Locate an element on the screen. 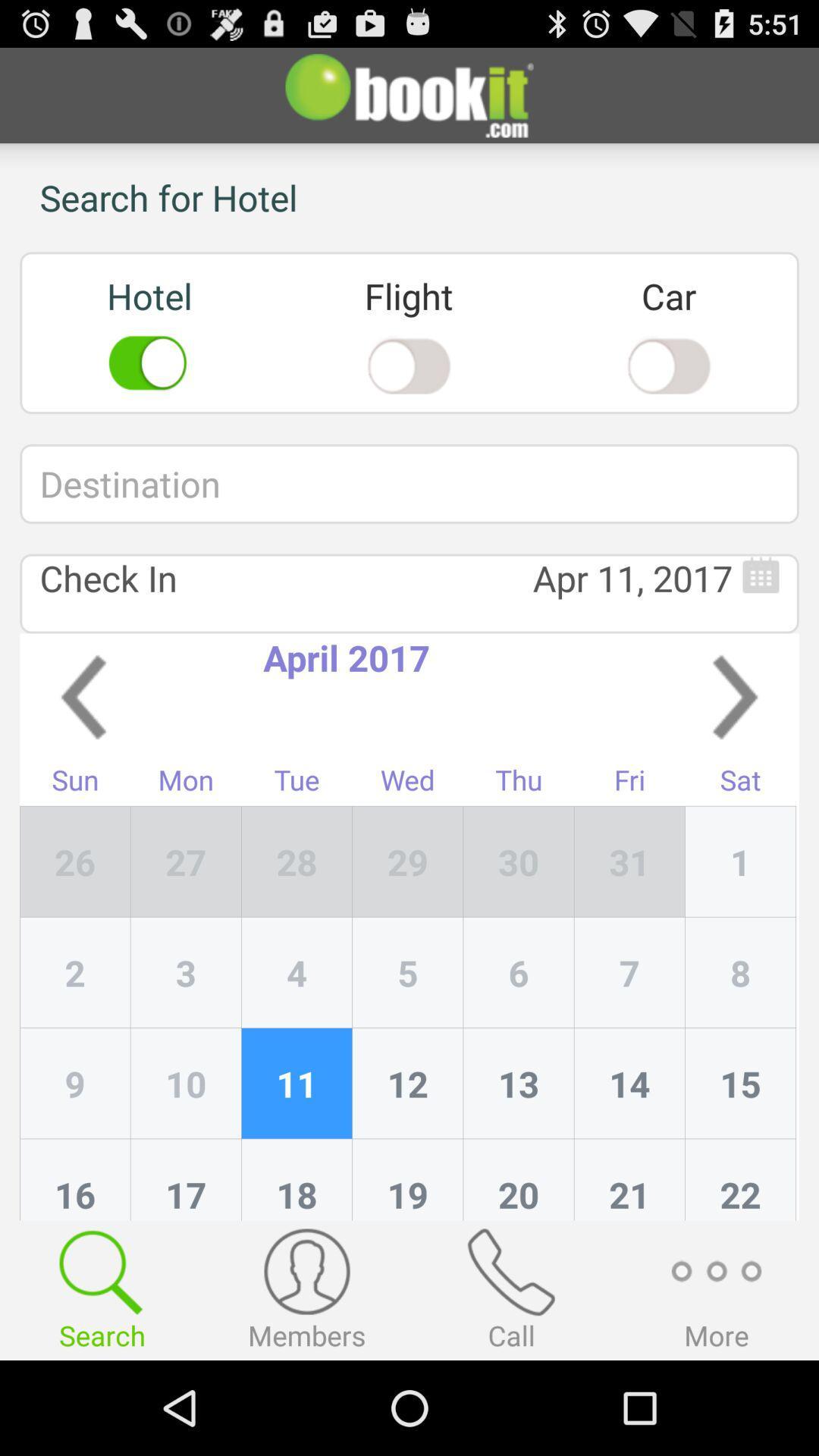 The height and width of the screenshot is (1456, 819). the 17 icon is located at coordinates (185, 1178).